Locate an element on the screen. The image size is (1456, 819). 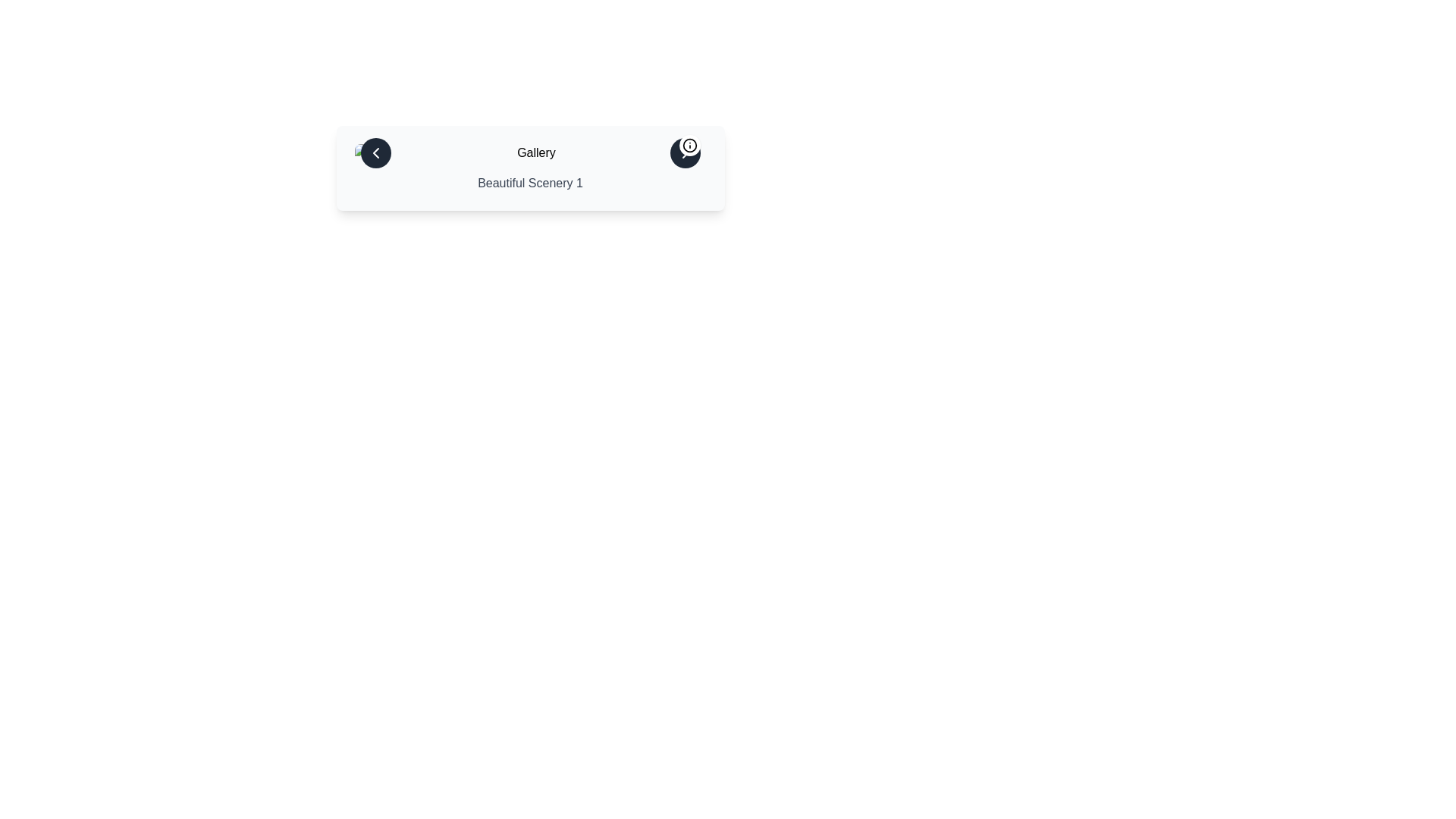
the left-pointing chevron button located within a circular dark background is located at coordinates (375, 152).